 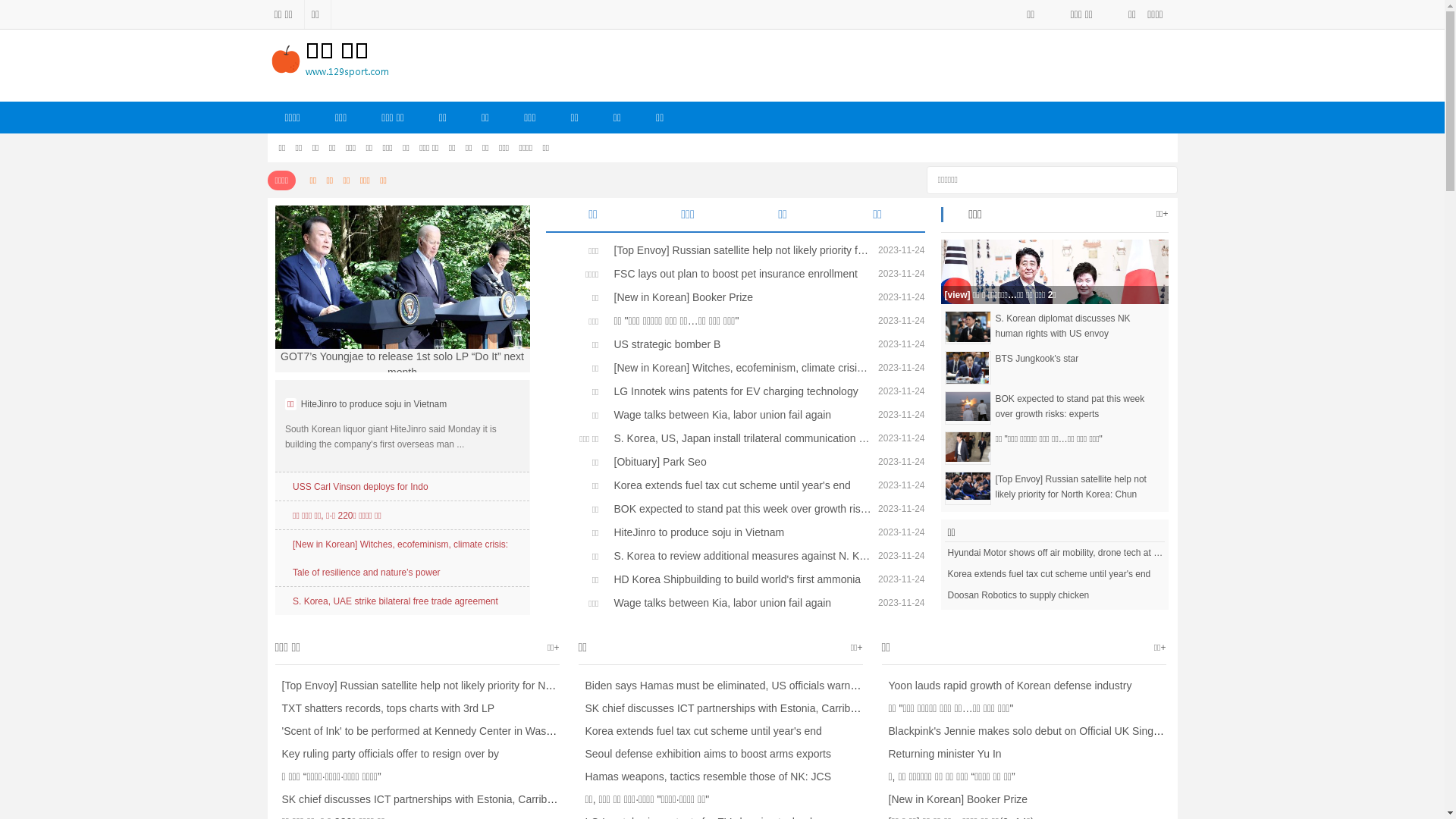 I want to click on 'HiteJinro to produce soju in Vietnam', so click(x=372, y=403).